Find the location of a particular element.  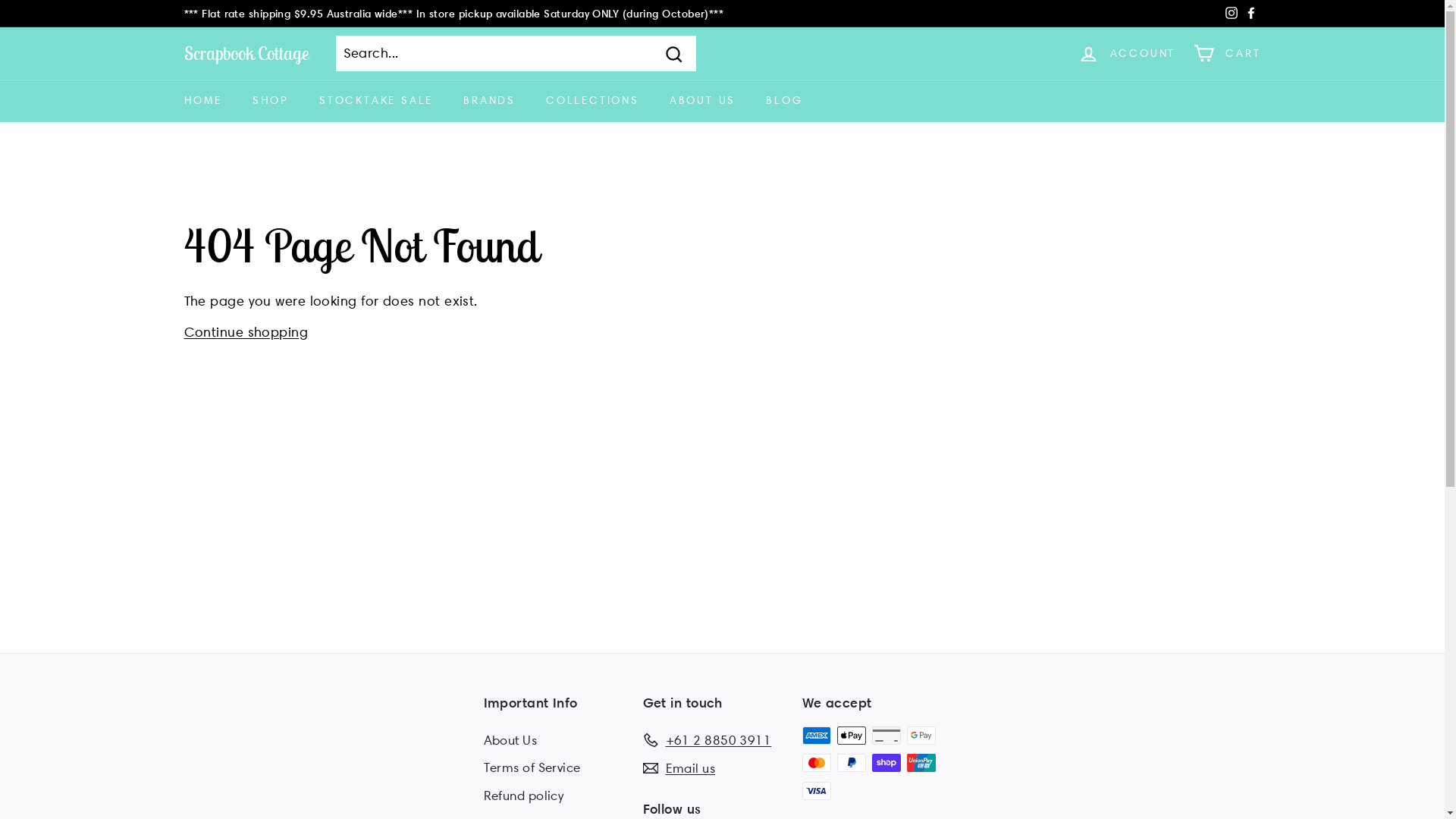

'Refund policy' is located at coordinates (524, 795).